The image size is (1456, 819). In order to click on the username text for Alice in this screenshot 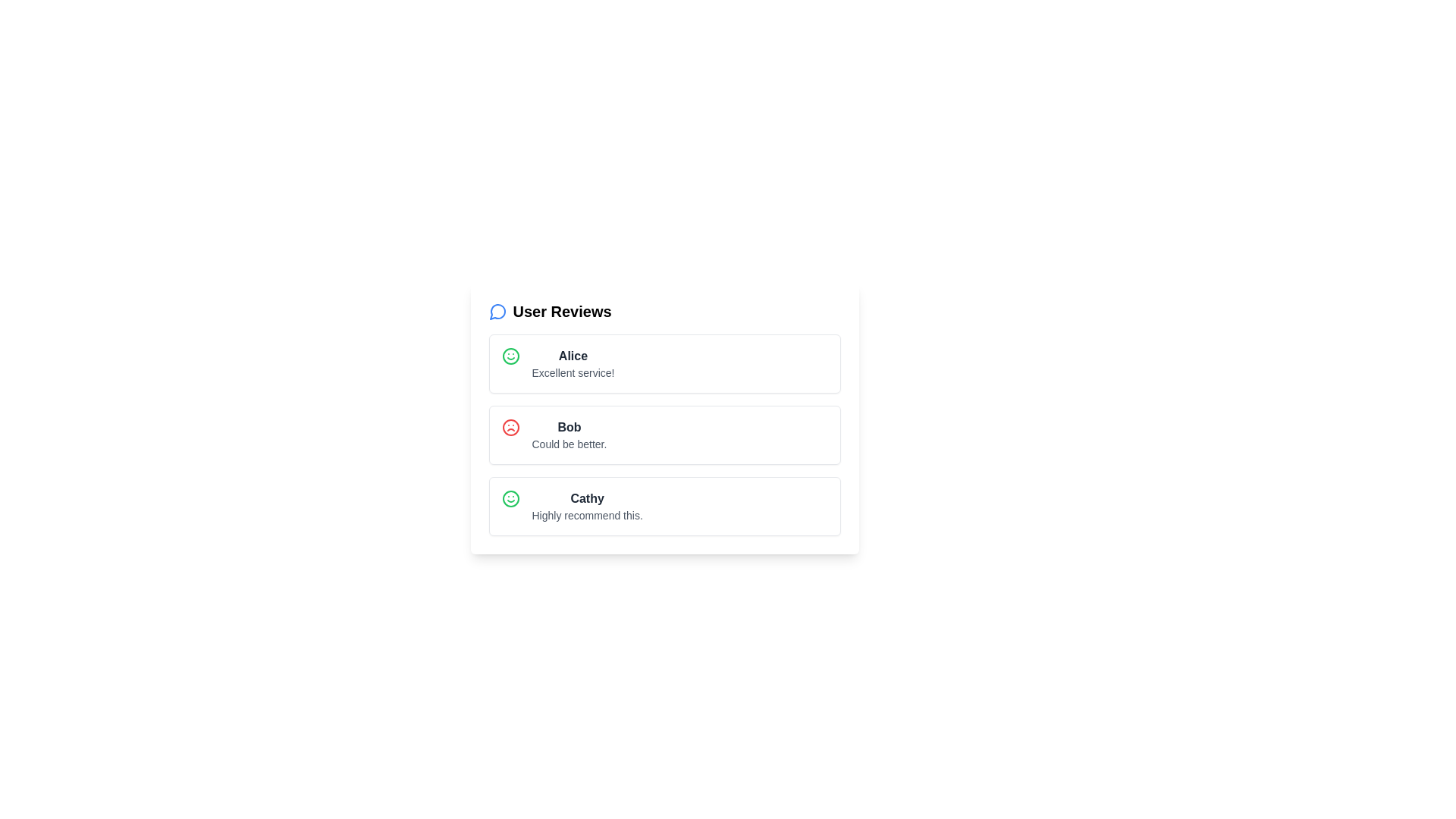, I will do `click(572, 356)`.